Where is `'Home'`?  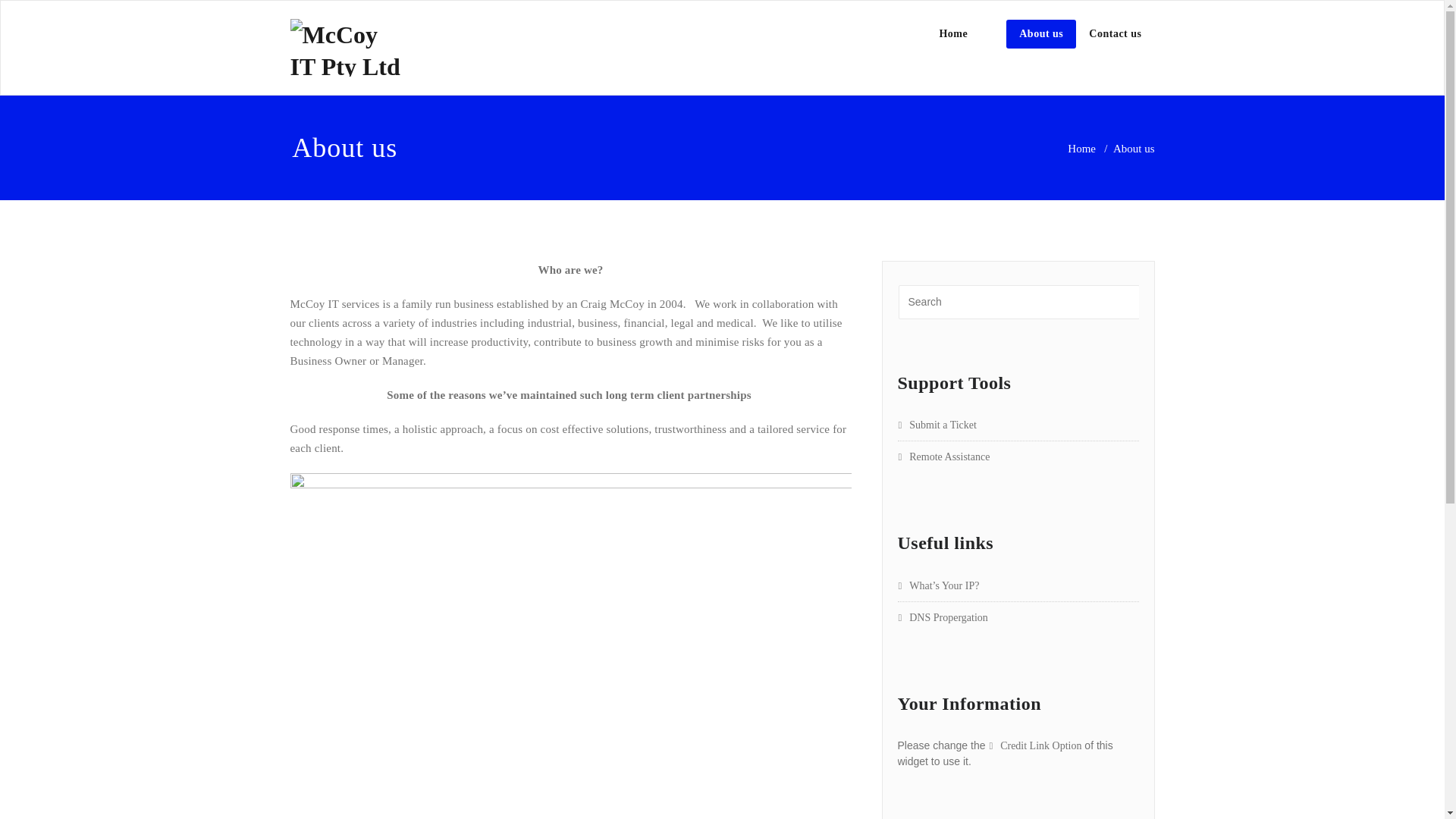 'Home' is located at coordinates (952, 34).